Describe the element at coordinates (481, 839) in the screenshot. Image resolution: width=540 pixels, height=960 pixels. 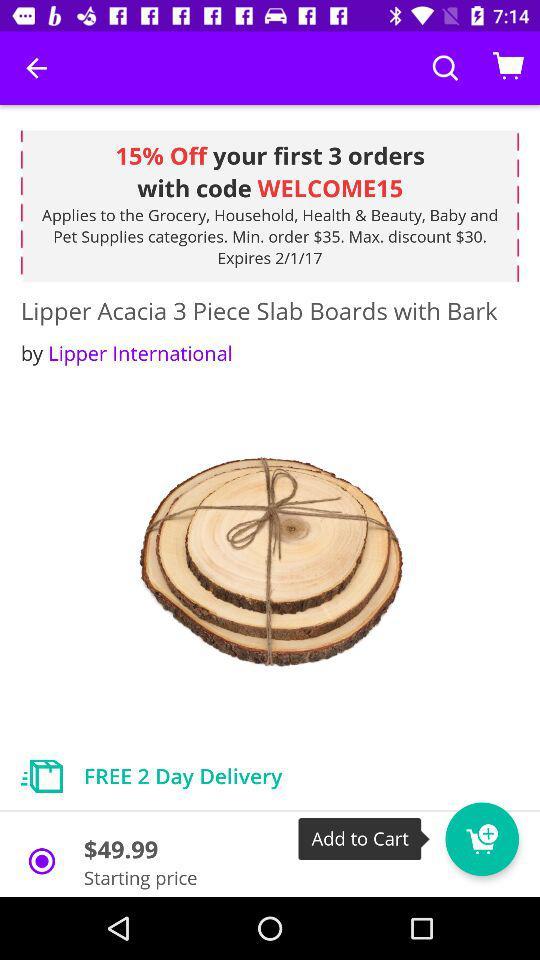
I see `to card` at that location.